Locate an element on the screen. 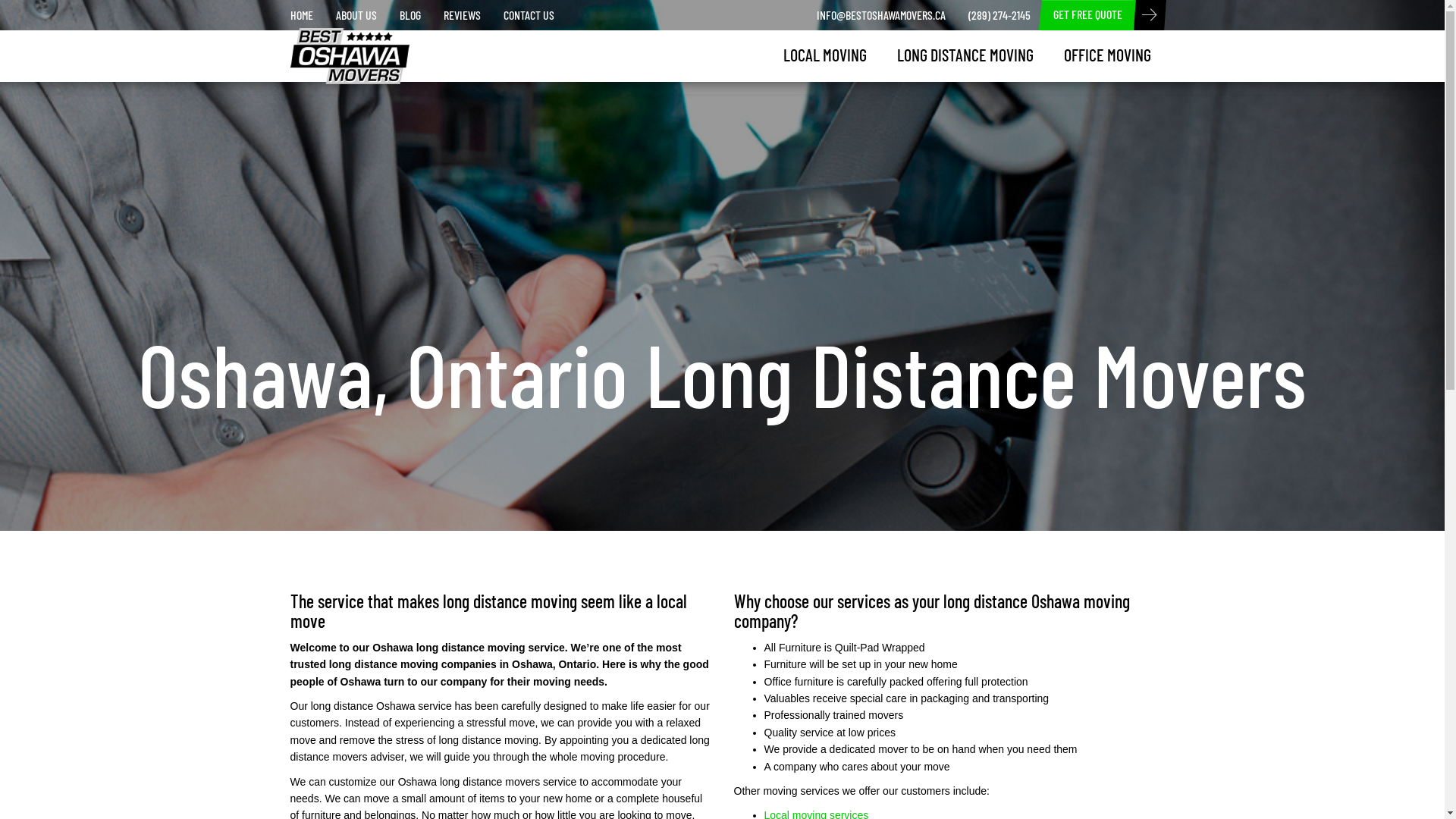  'CONTACT US' is located at coordinates (528, 14).